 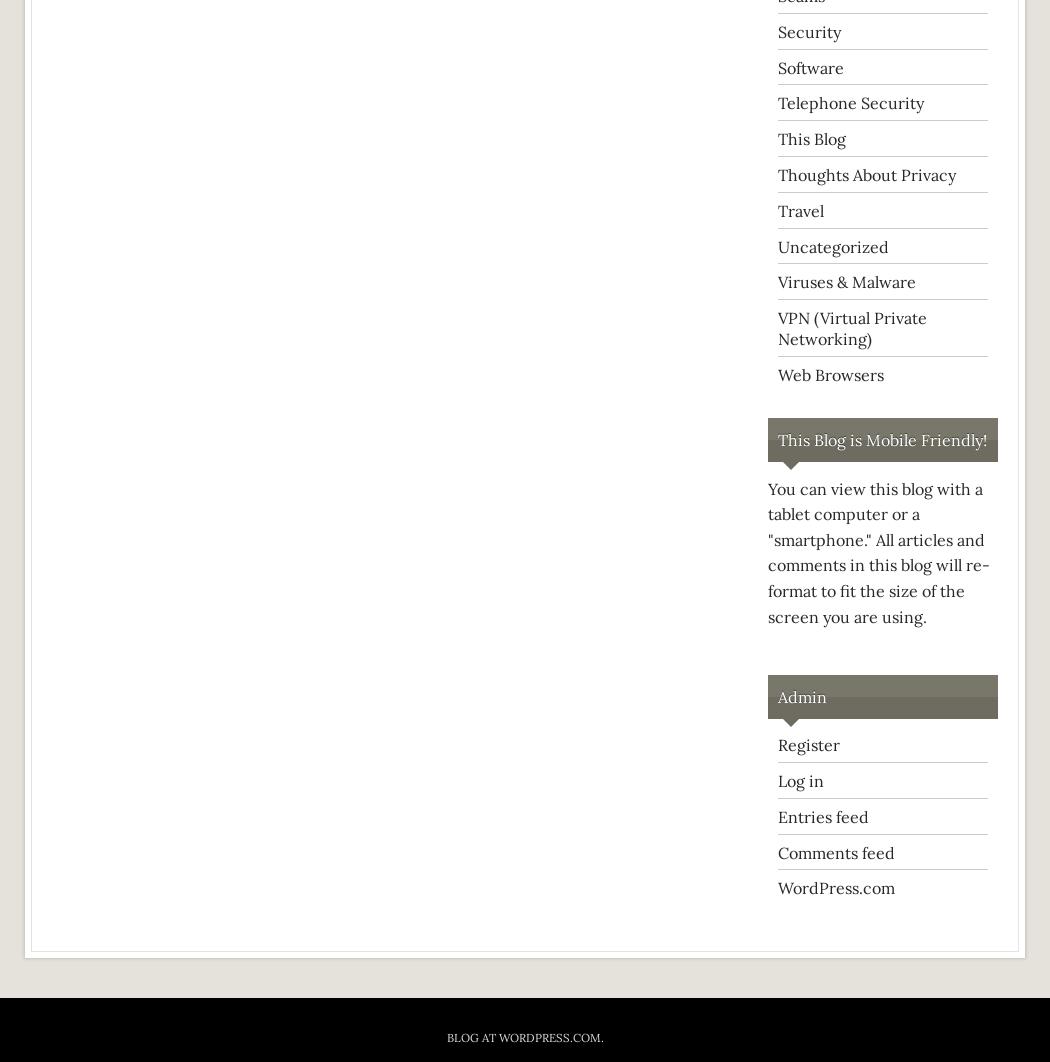 I want to click on 'Log in', so click(x=800, y=780).